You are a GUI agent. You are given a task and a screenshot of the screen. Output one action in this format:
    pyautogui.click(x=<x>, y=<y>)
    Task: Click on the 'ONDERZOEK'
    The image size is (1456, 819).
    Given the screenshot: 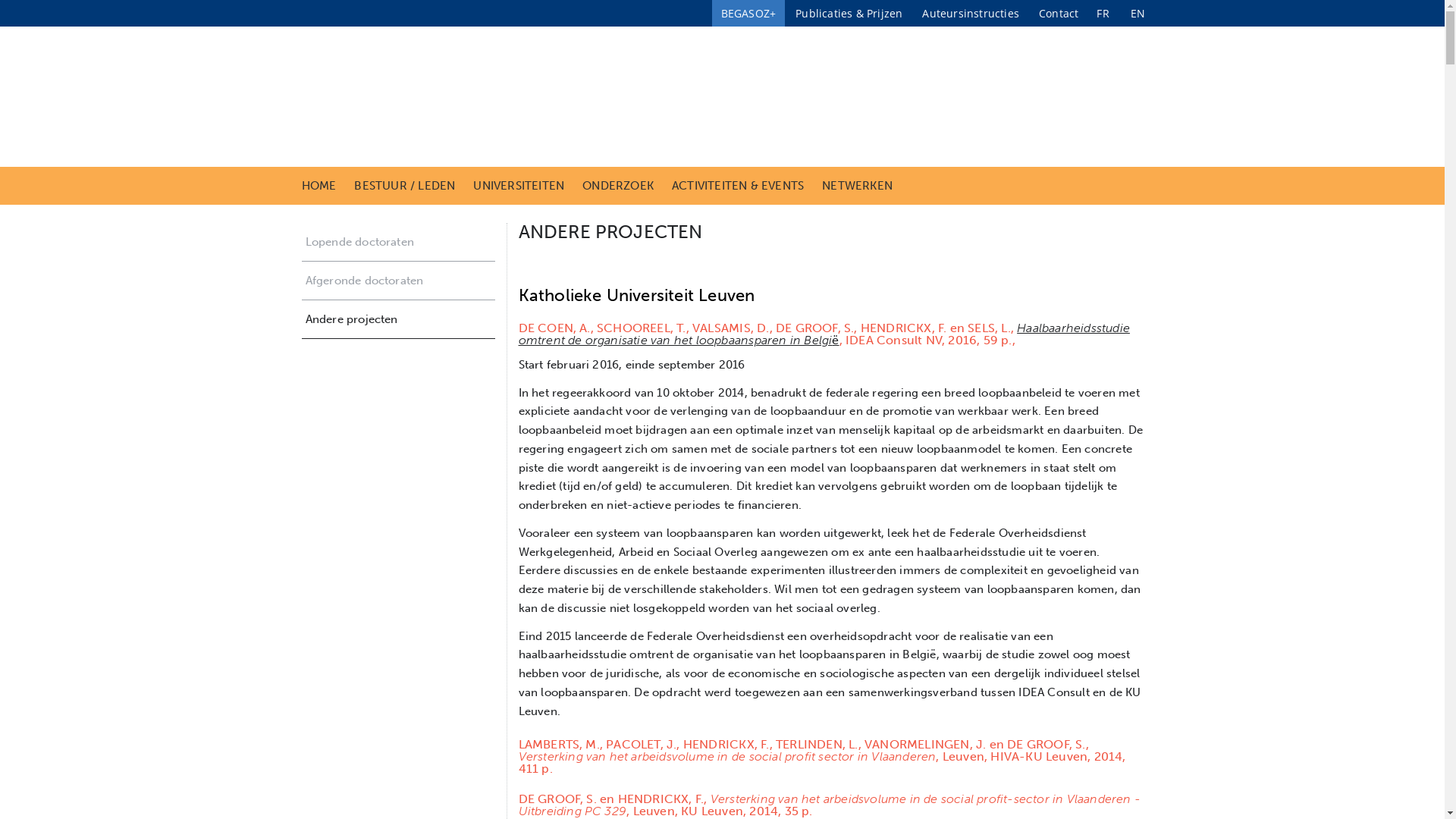 What is the action you would take?
    pyautogui.click(x=618, y=185)
    